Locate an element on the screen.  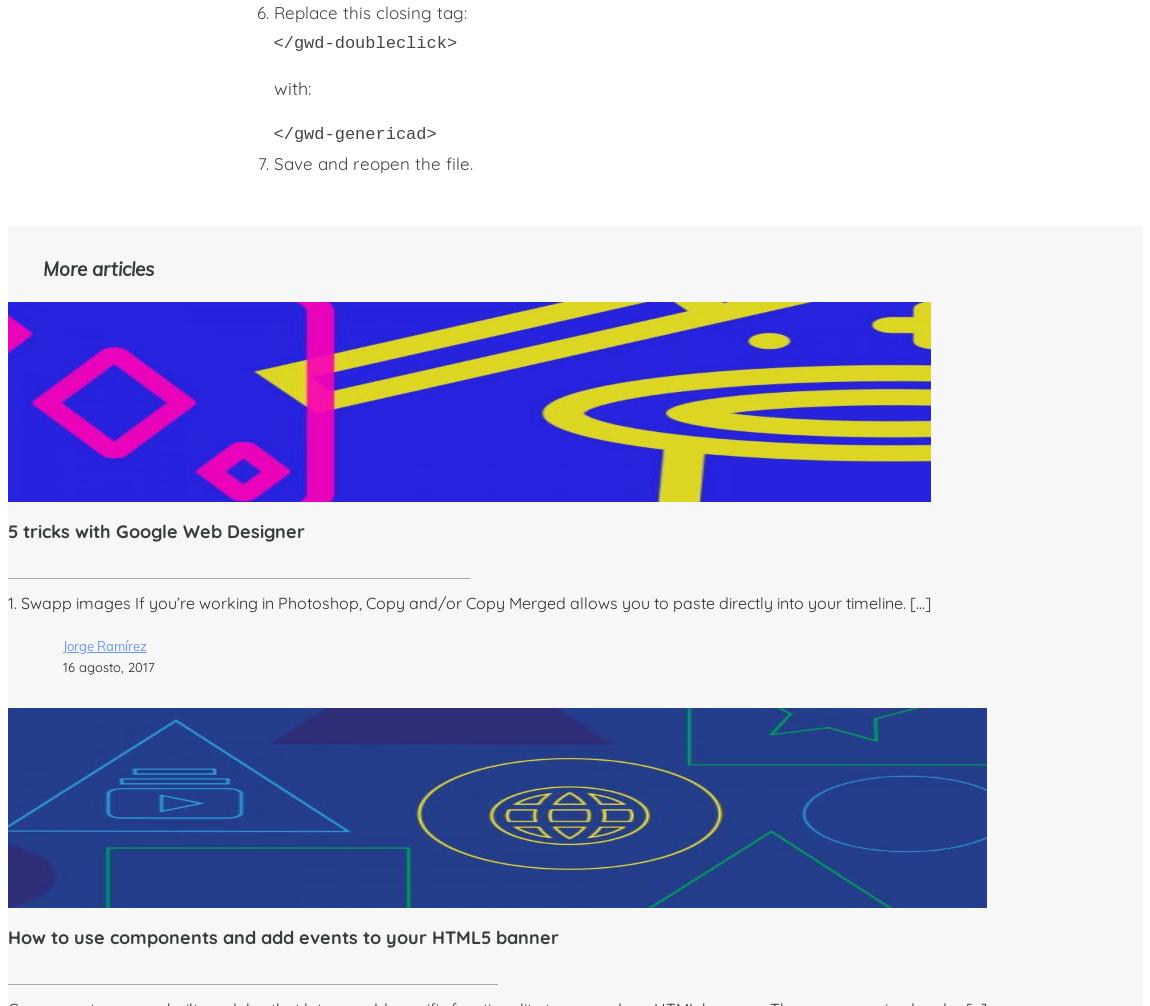
'More articles' is located at coordinates (42, 266).